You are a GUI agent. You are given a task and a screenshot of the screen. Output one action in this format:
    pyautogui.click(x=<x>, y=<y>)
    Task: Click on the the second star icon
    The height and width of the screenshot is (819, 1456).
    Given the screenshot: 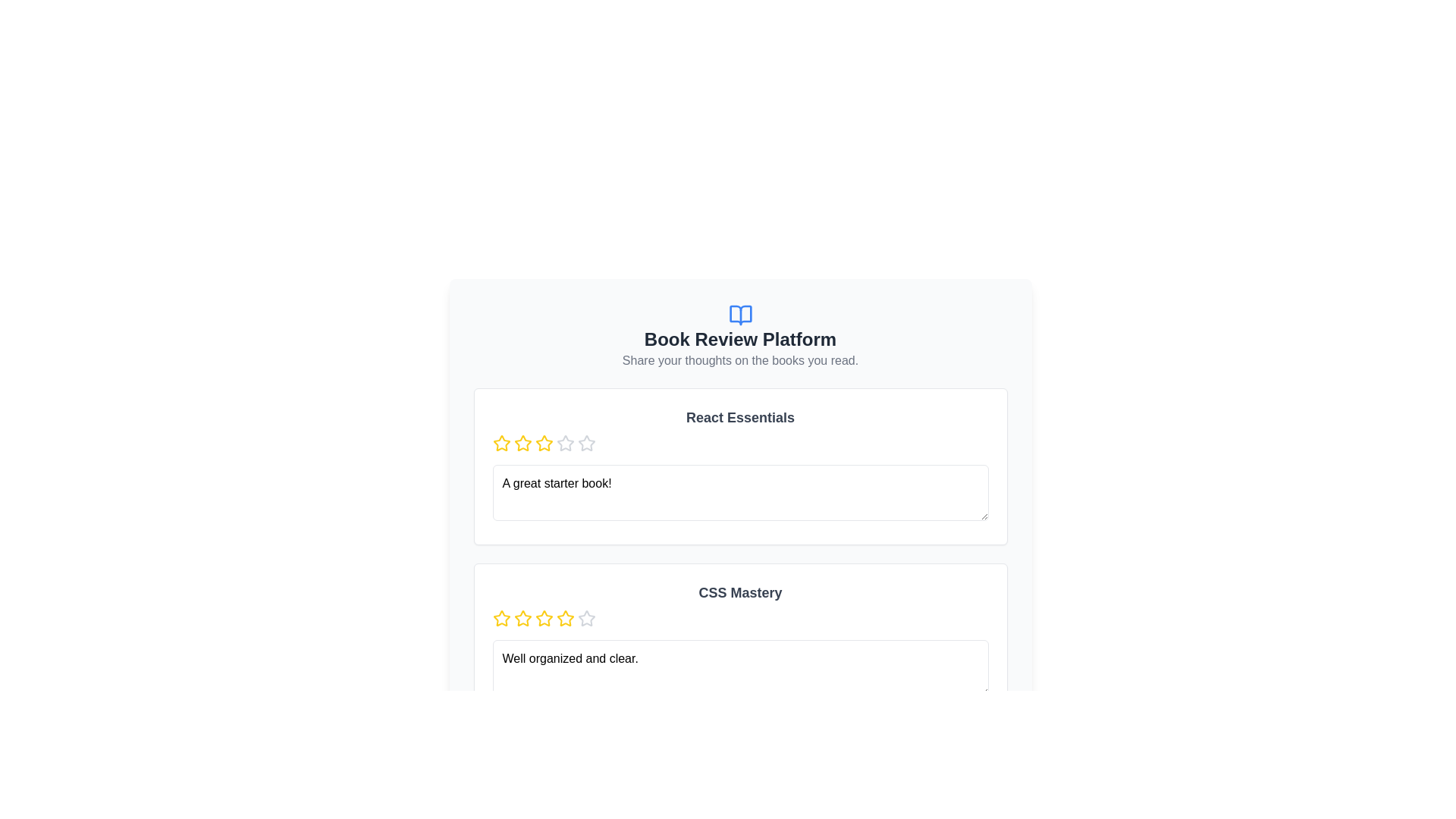 What is the action you would take?
    pyautogui.click(x=522, y=618)
    